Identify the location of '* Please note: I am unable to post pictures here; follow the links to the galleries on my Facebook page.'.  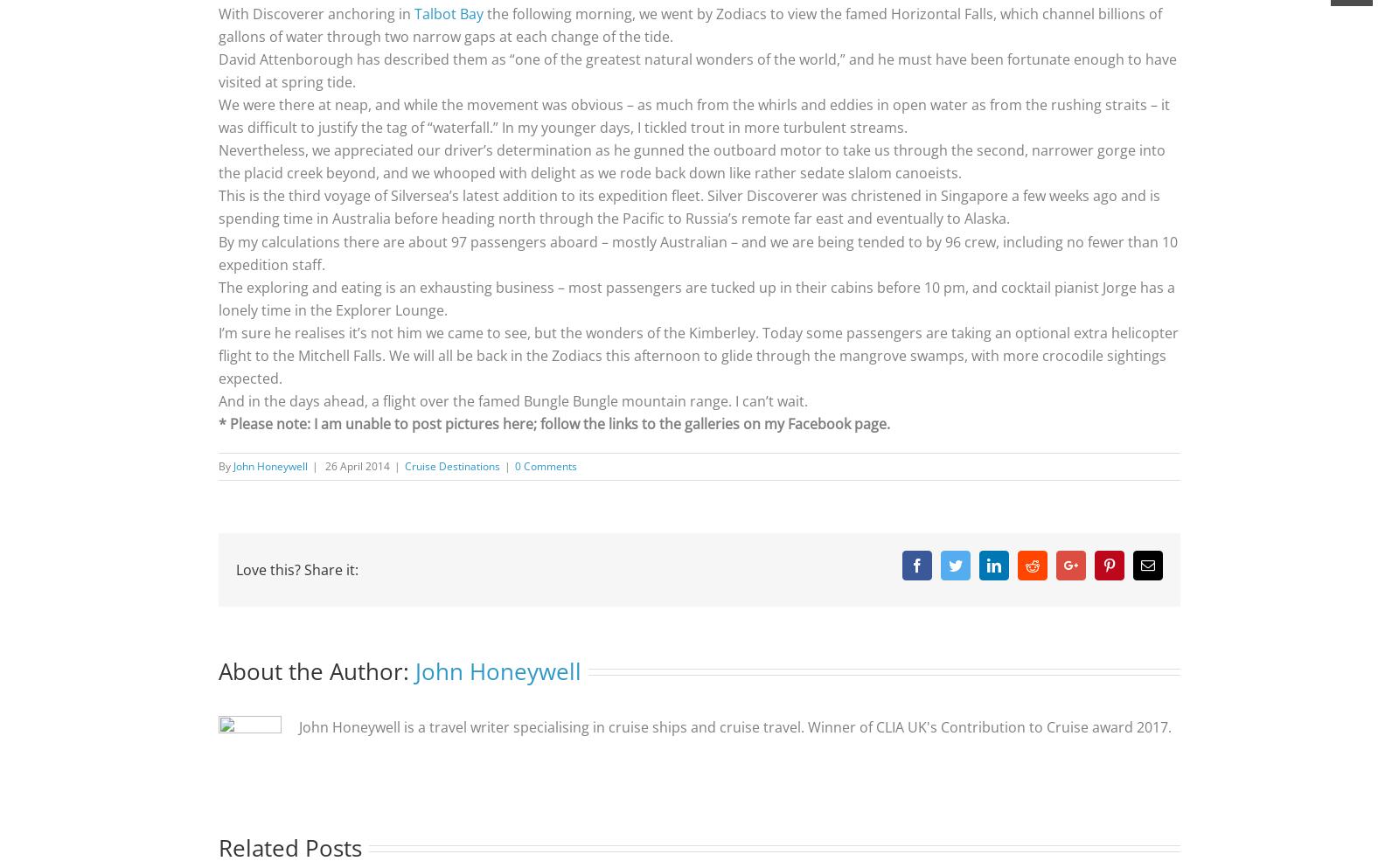
(553, 422).